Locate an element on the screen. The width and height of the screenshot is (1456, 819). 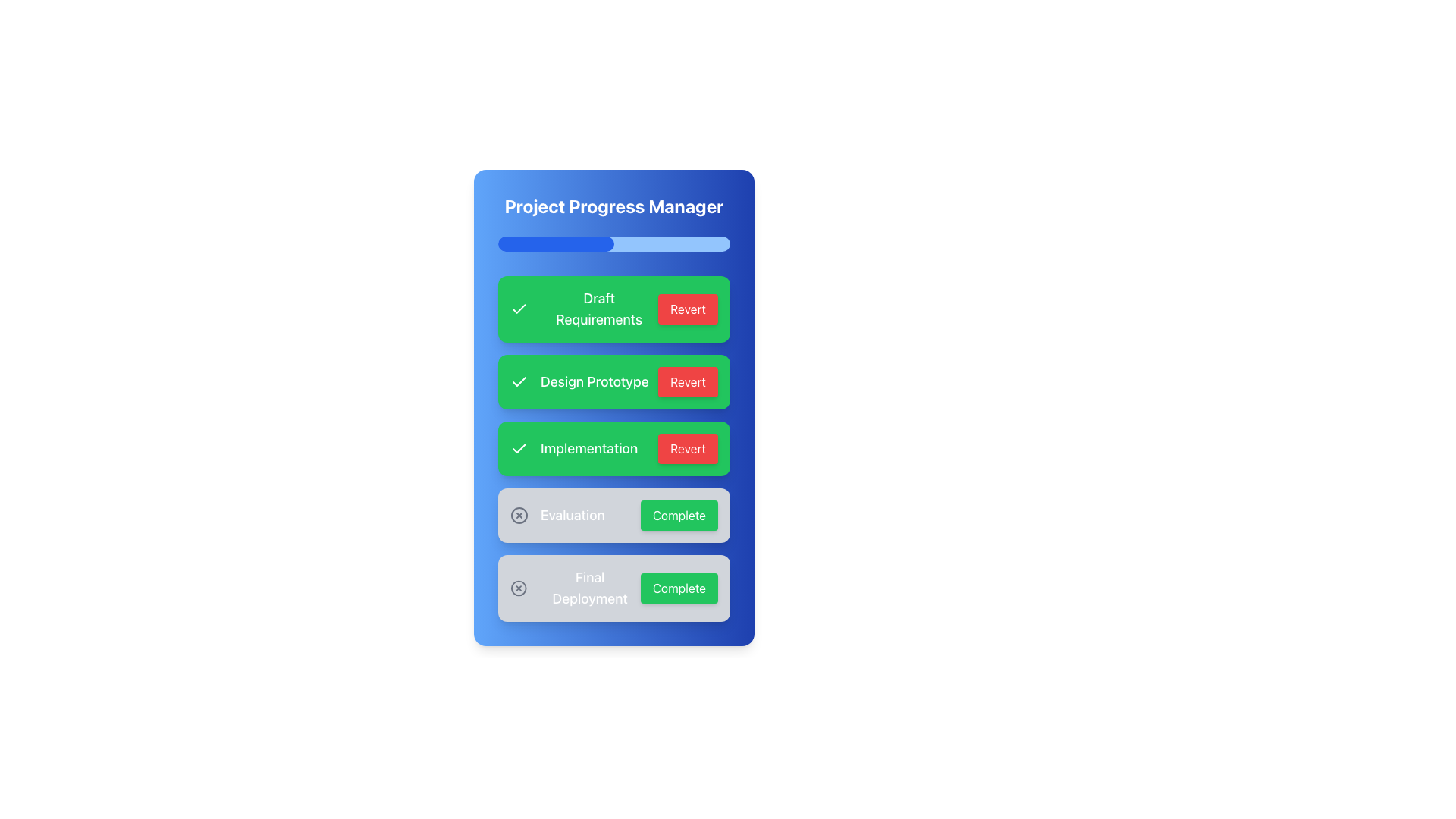
the group containing the checkmark icon and the text 'Implementation' is located at coordinates (573, 447).